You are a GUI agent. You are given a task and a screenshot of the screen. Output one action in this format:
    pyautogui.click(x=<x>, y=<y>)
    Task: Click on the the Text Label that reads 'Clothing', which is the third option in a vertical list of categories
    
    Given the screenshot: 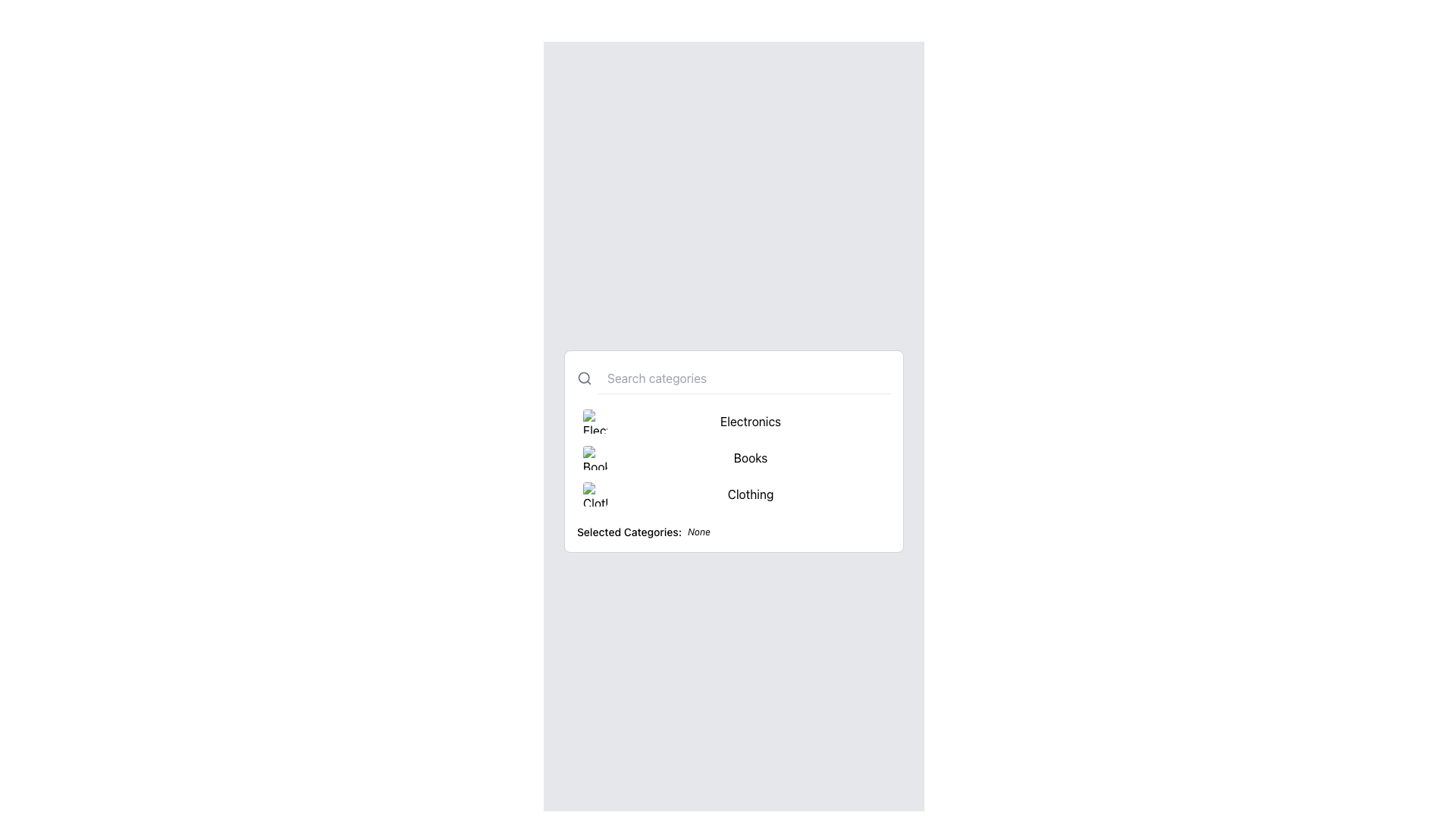 What is the action you would take?
    pyautogui.click(x=750, y=494)
    